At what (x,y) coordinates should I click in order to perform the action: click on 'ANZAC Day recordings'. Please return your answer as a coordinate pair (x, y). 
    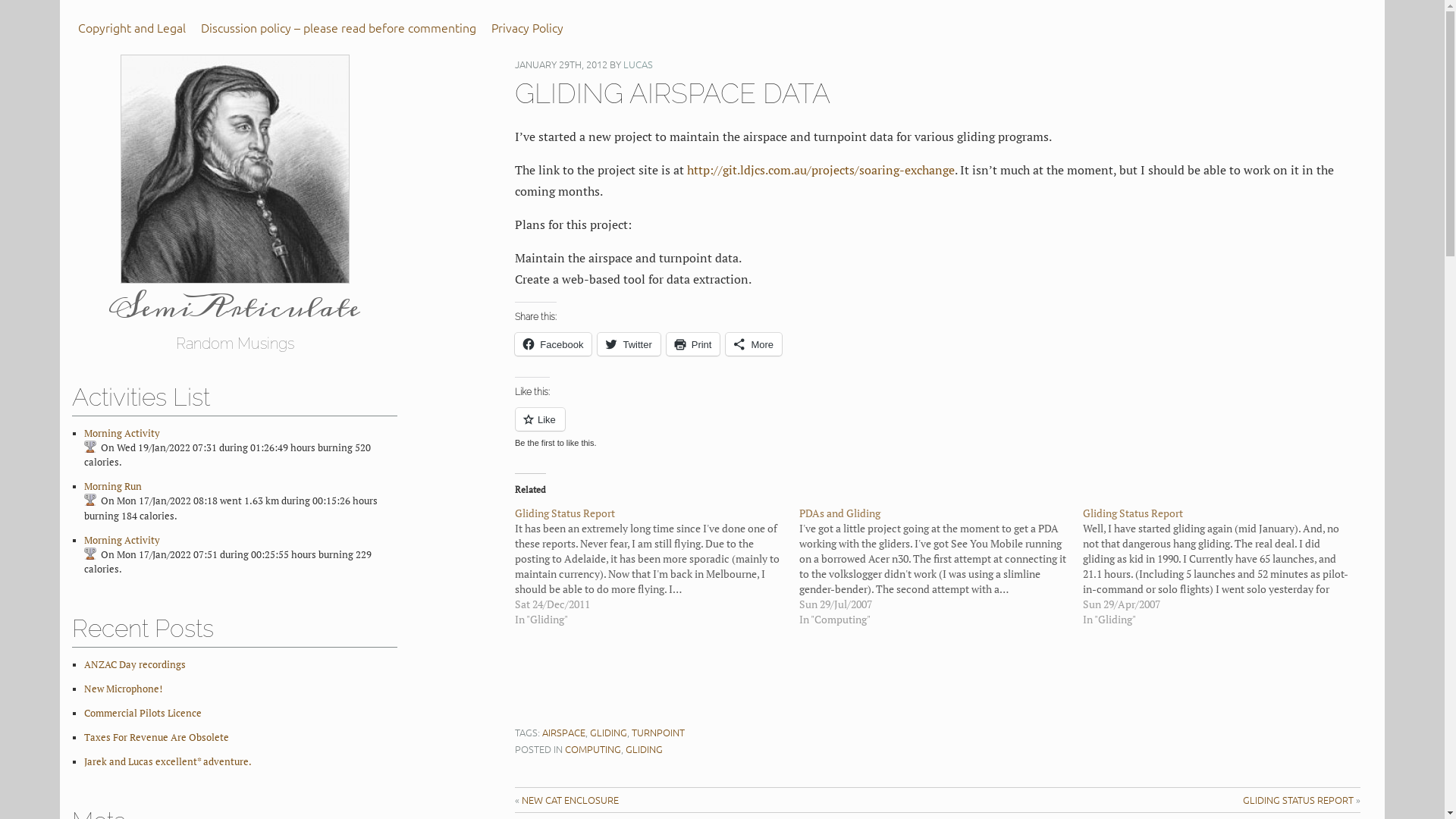
    Looking at the image, I should click on (134, 664).